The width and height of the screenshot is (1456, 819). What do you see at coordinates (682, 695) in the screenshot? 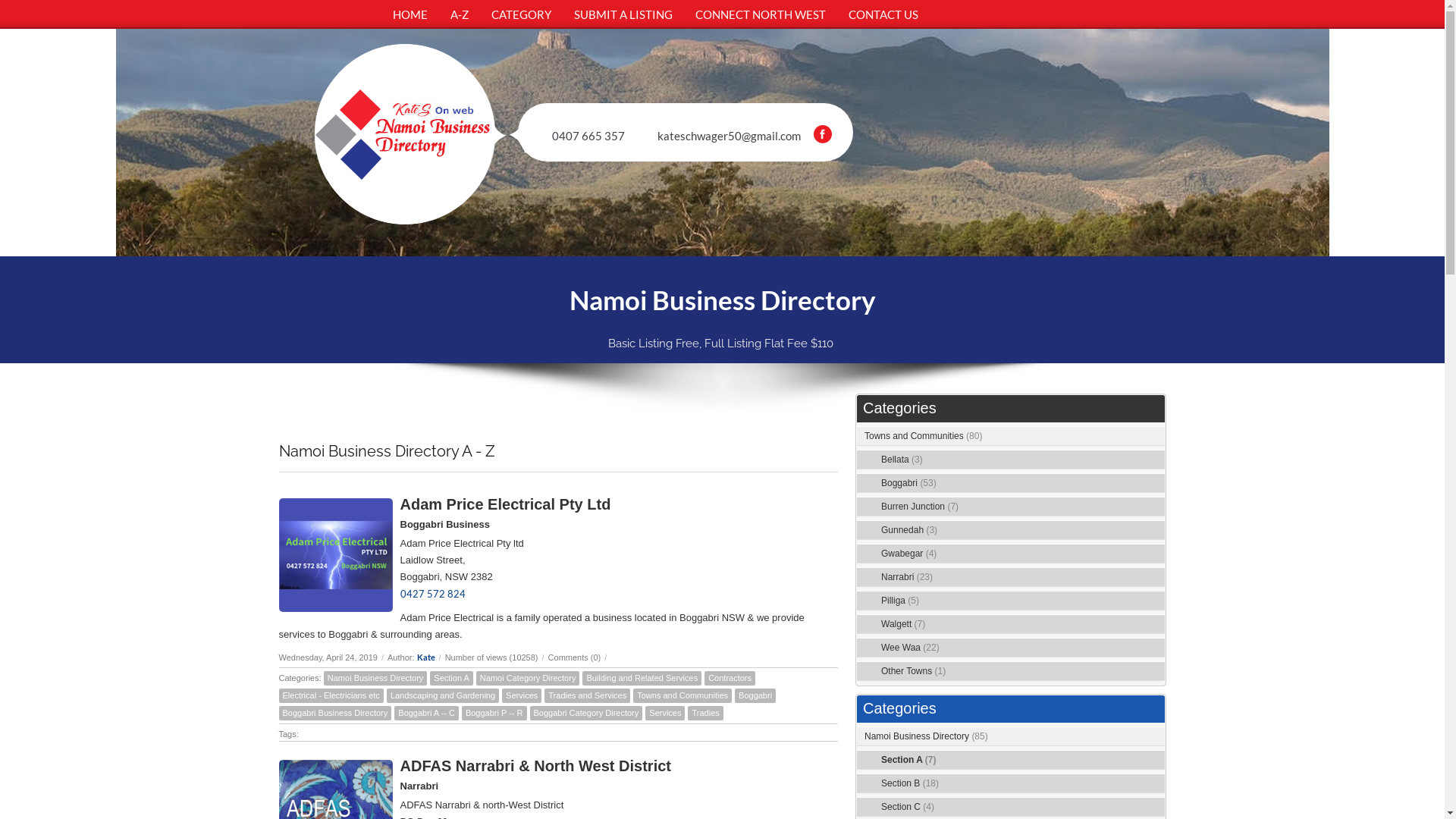
I see `'Towns and Communities'` at bounding box center [682, 695].